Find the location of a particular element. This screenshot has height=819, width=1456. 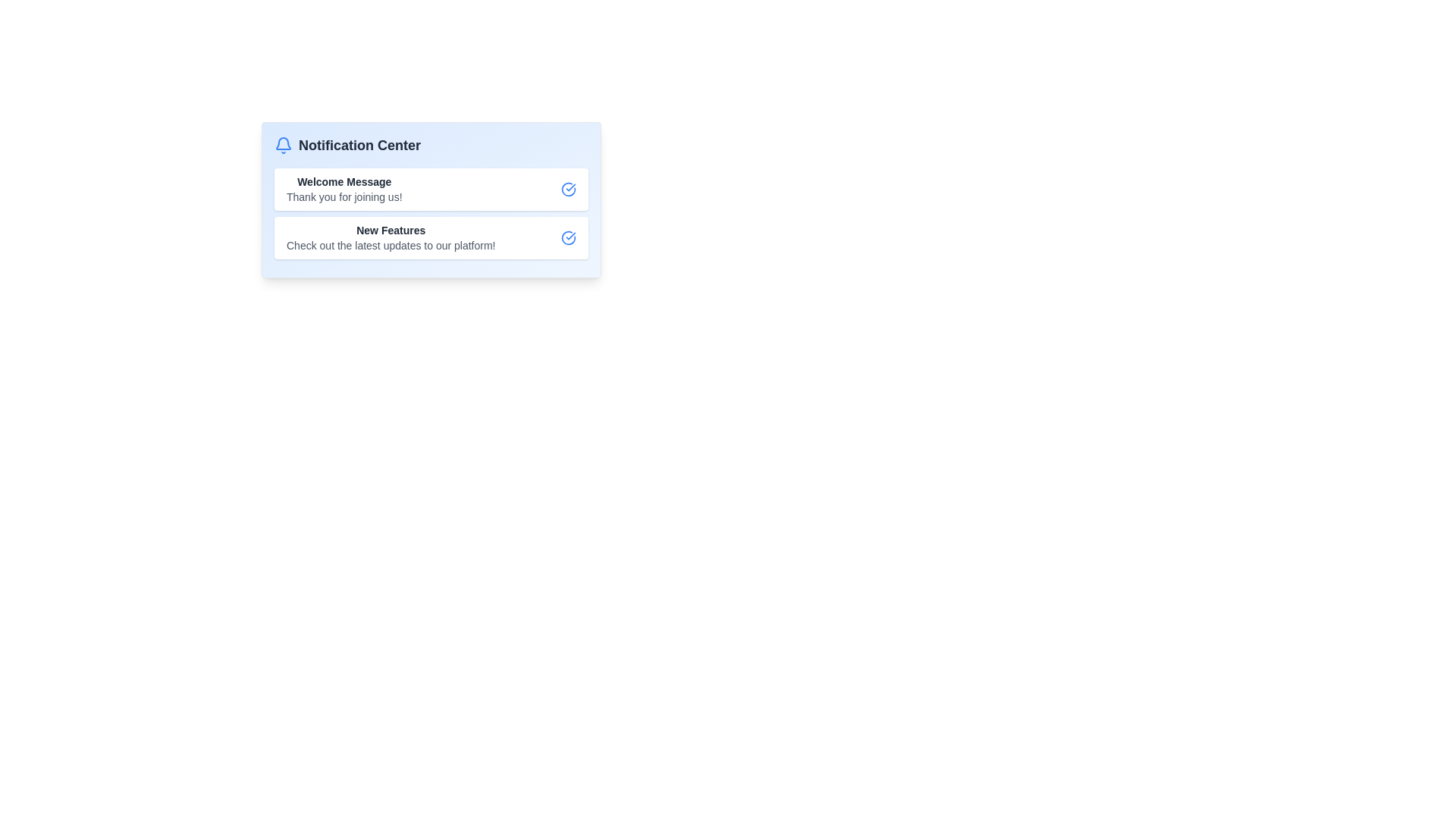

text displayed in the Text Label that serves as a headline for the notification card contents, positioned centrally within the notification card is located at coordinates (391, 231).